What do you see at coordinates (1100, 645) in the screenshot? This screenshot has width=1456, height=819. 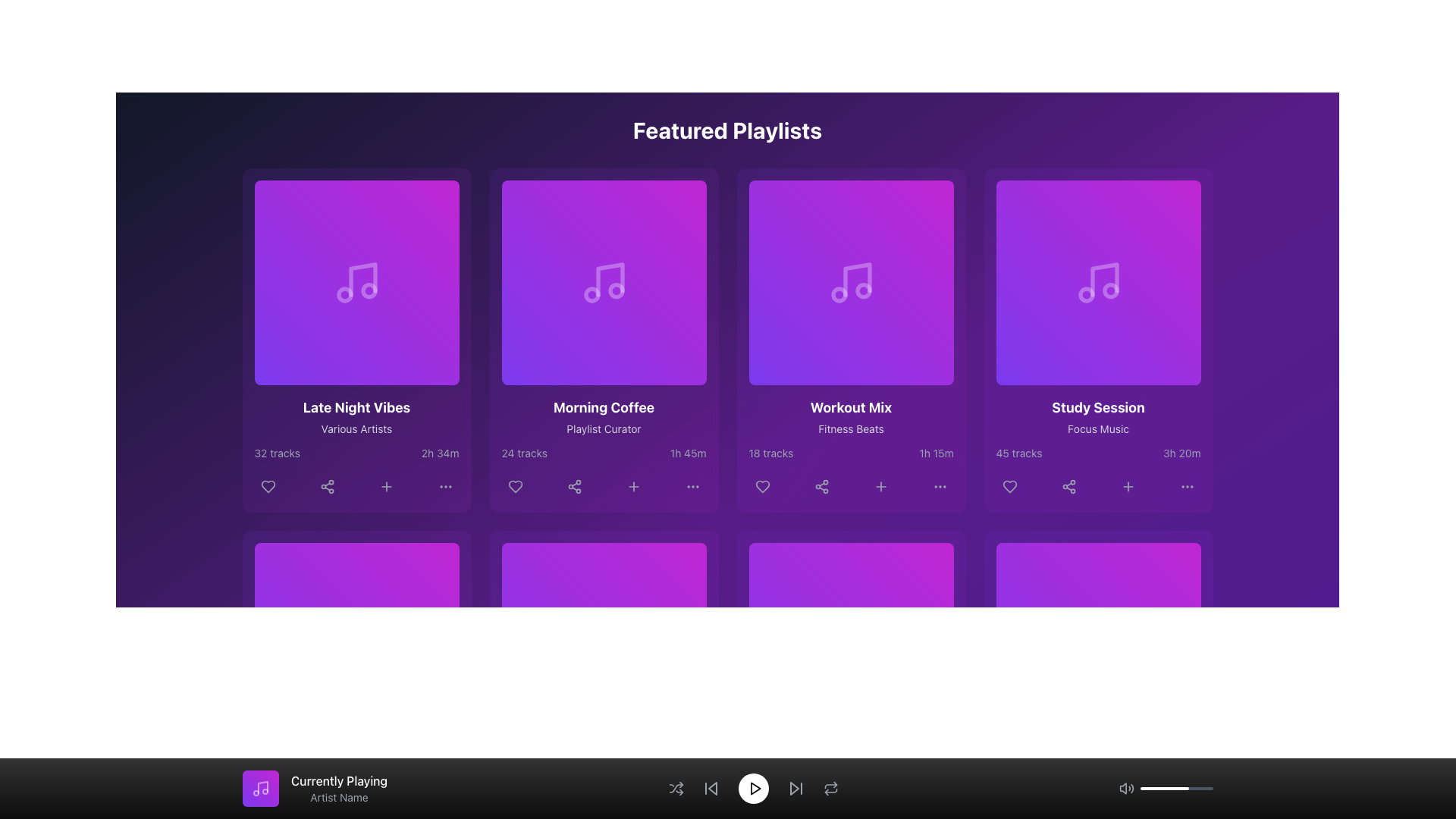 I see `the visual cues of the triangular play icon located in the bottom navigation bar, which serves as a decorative element within the play/pause button` at bounding box center [1100, 645].